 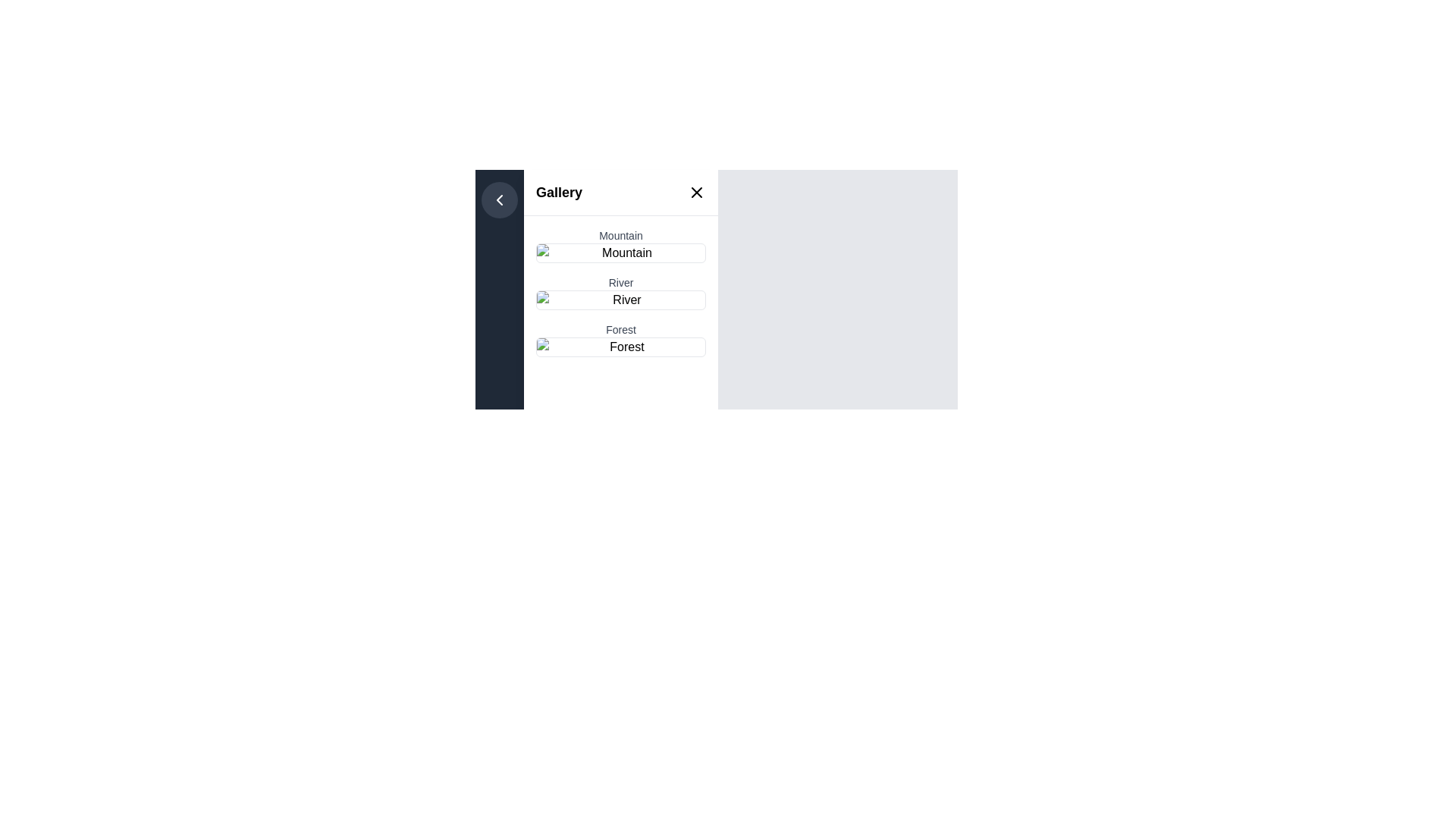 What do you see at coordinates (621, 253) in the screenshot?
I see `accessibility tools` at bounding box center [621, 253].